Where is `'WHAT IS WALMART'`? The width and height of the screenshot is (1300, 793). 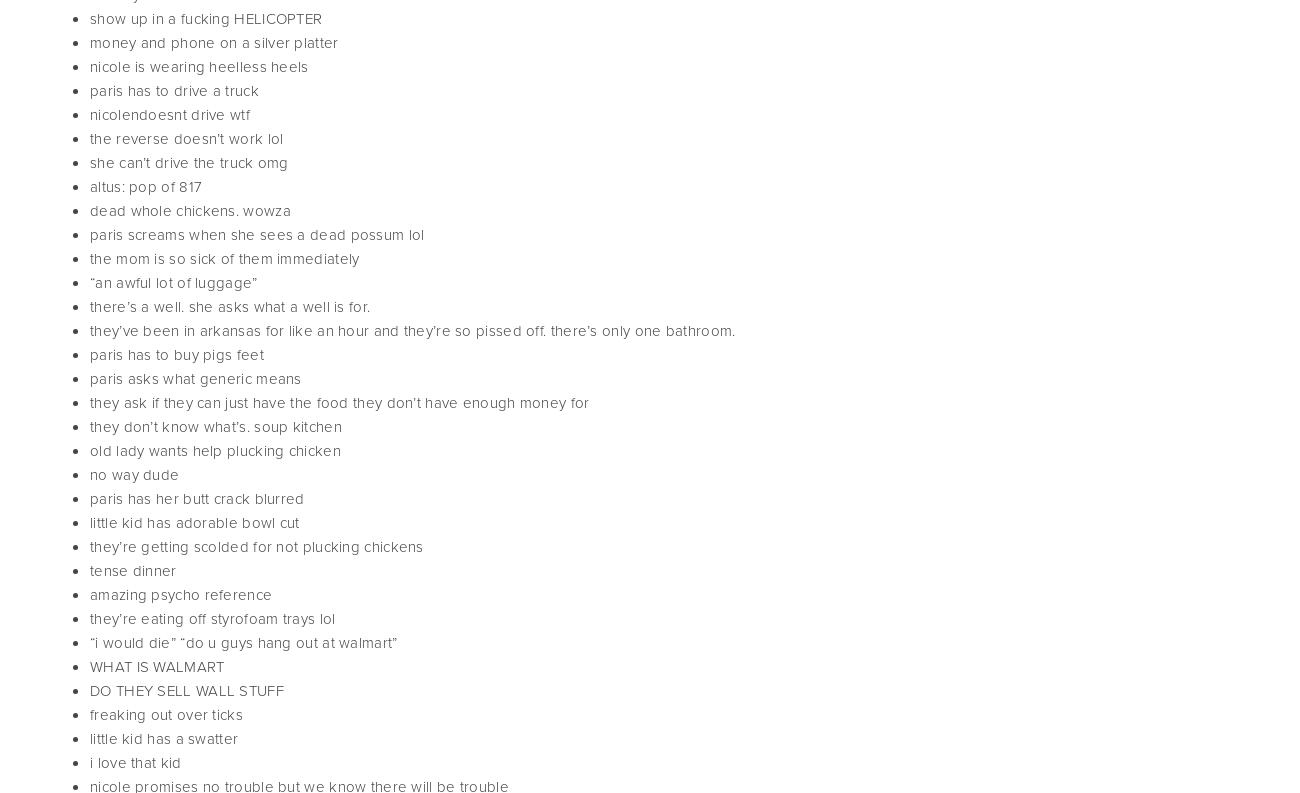 'WHAT IS WALMART' is located at coordinates (89, 666).